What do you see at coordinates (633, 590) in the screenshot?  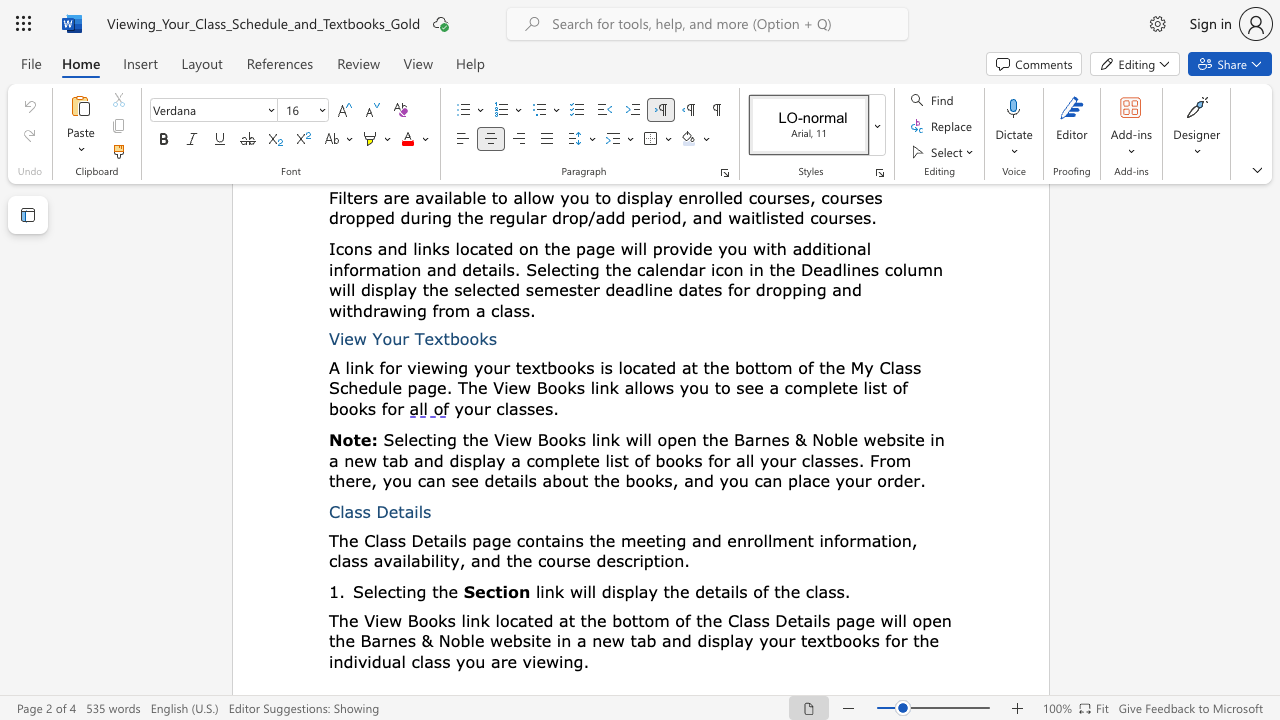 I see `the subset text "lay the details of" within the text "link will display the details of the class."` at bounding box center [633, 590].